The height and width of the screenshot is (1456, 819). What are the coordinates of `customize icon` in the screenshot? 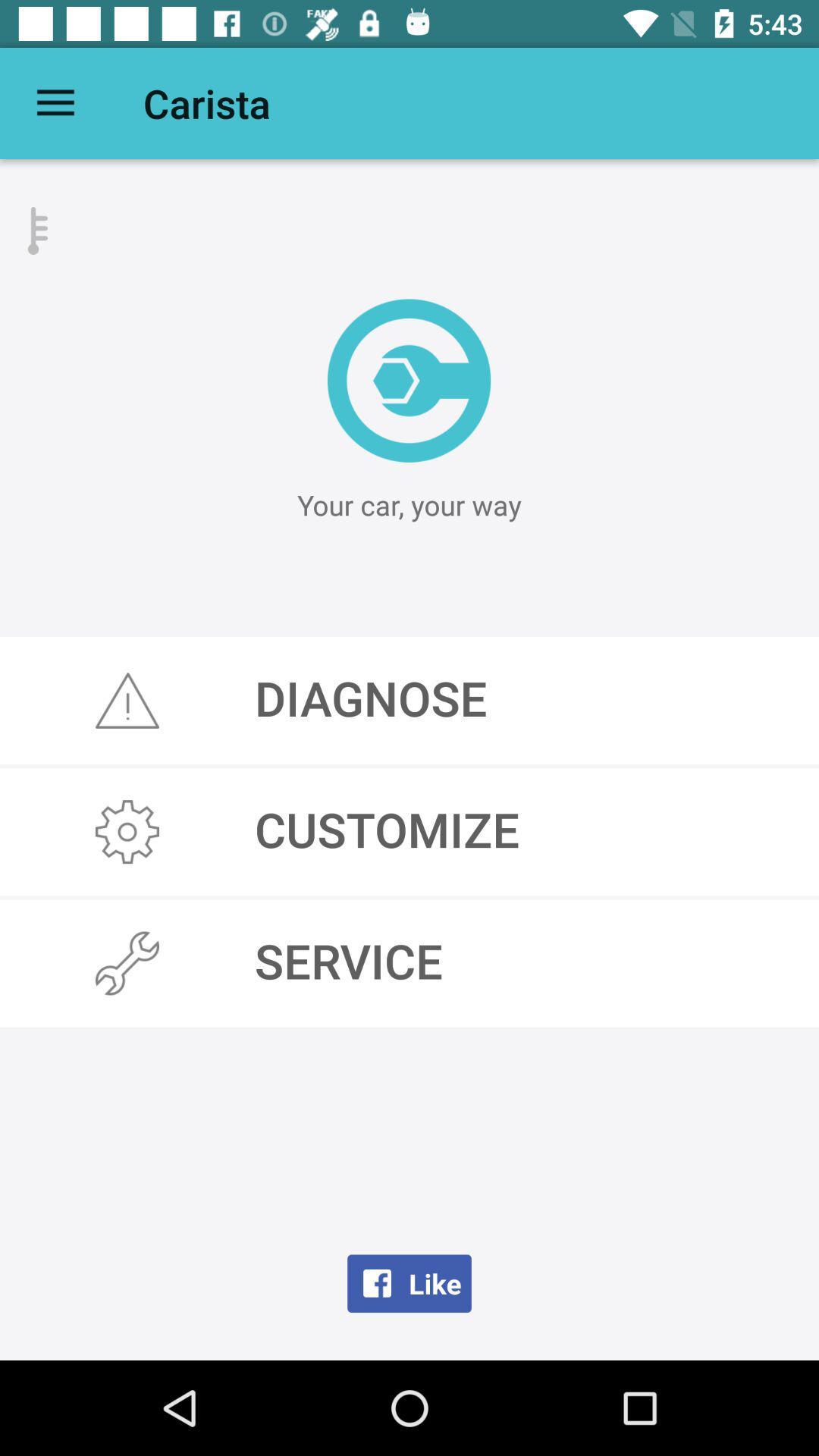 It's located at (409, 831).